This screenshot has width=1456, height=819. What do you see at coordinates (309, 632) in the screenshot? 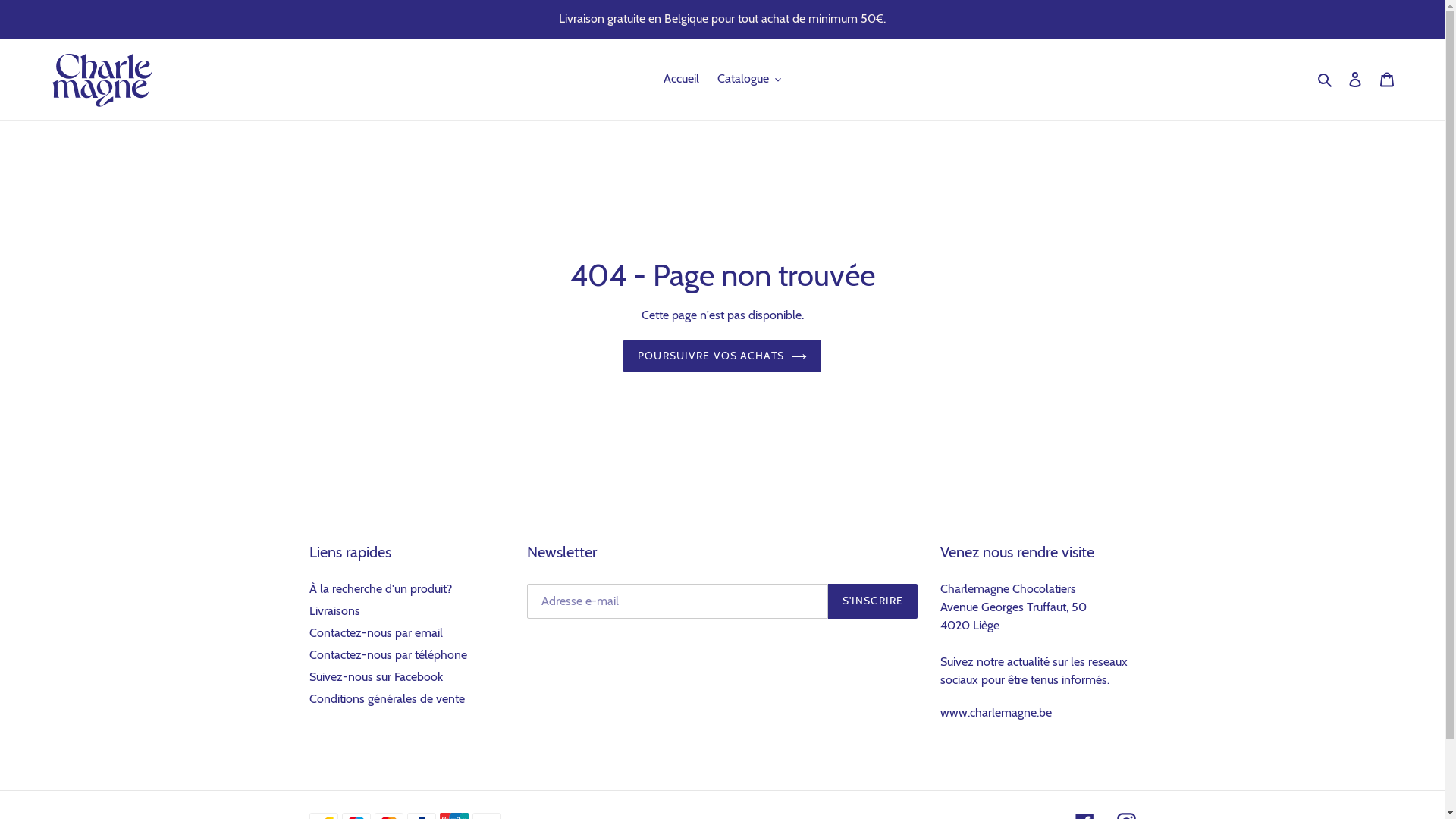
I see `'Contactez-nous par email'` at bounding box center [309, 632].